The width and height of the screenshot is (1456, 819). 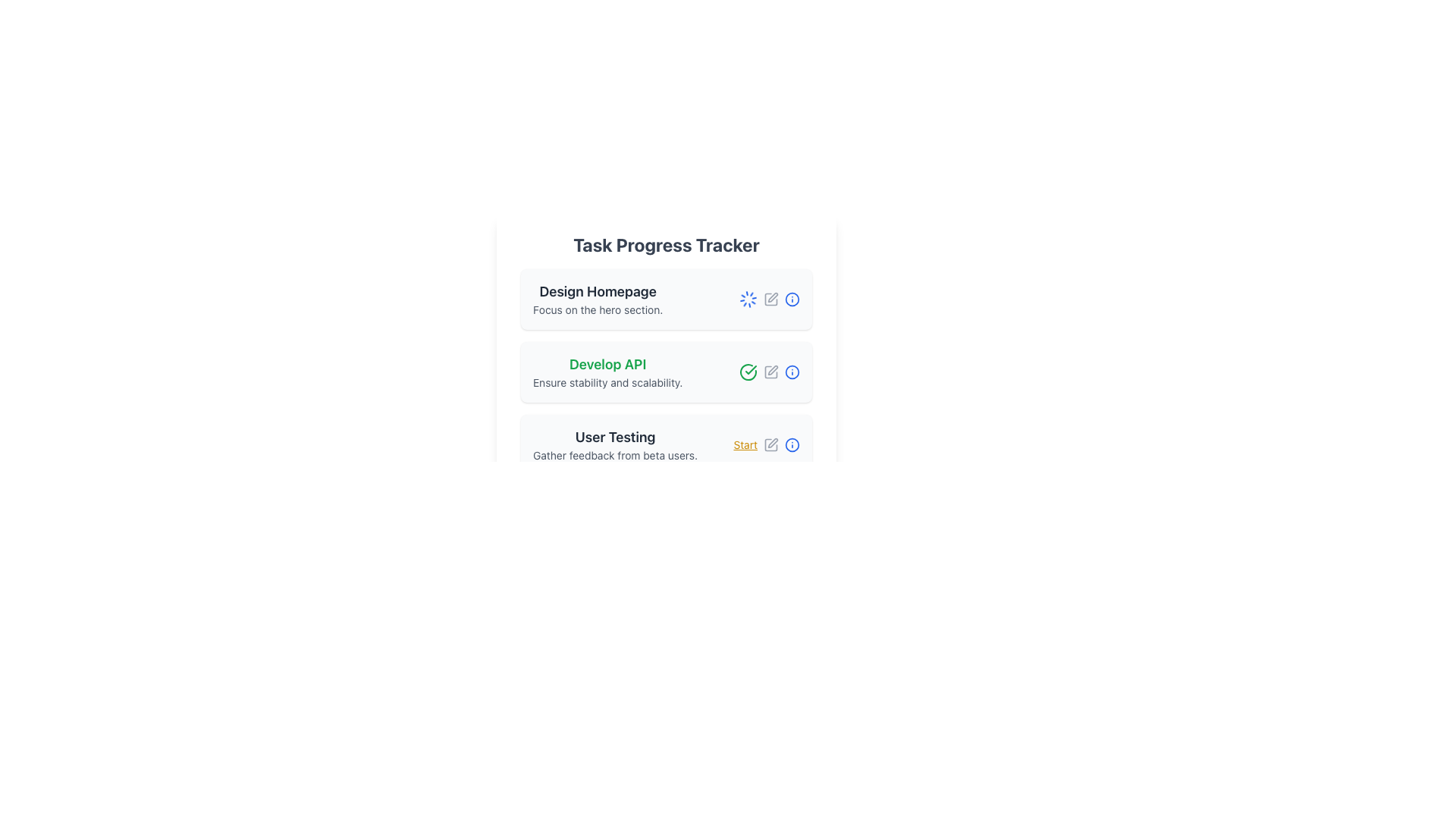 I want to click on the SVG graphic icon indicating an editable state for the 'Develop API' task in the task progress tracker section, so click(x=771, y=444).